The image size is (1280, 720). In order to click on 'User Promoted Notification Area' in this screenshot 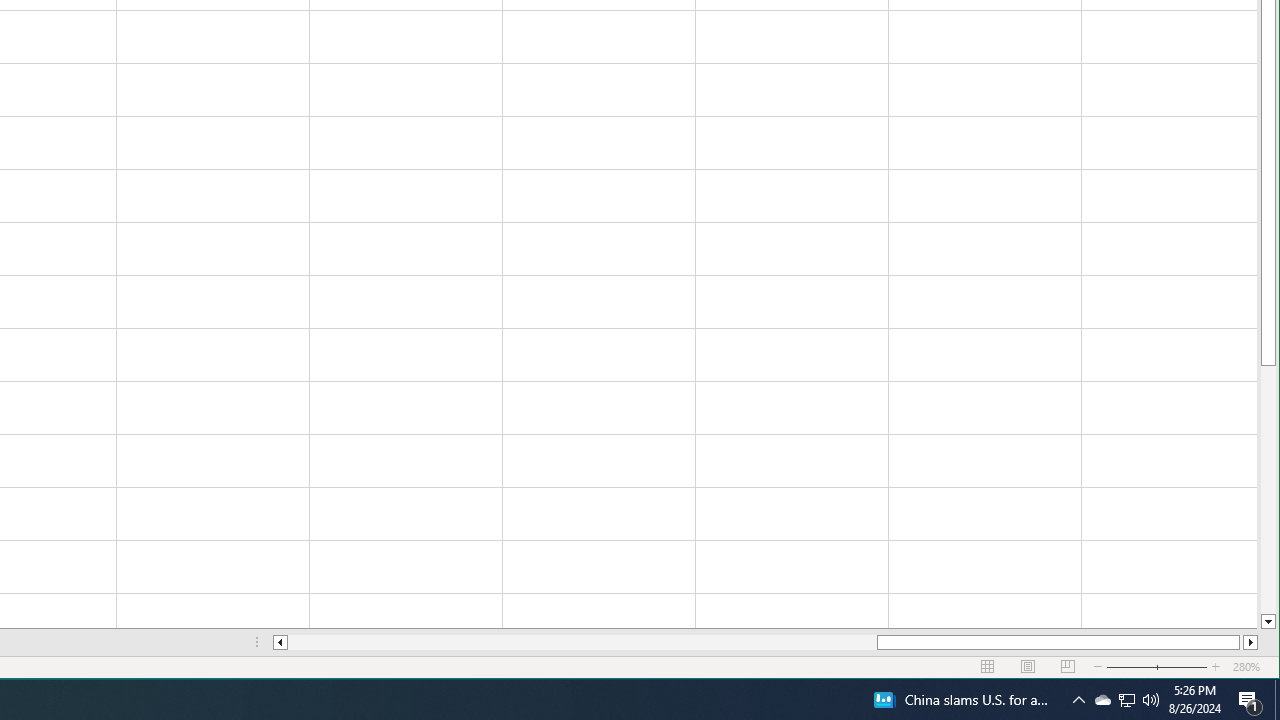, I will do `click(1101, 698)`.